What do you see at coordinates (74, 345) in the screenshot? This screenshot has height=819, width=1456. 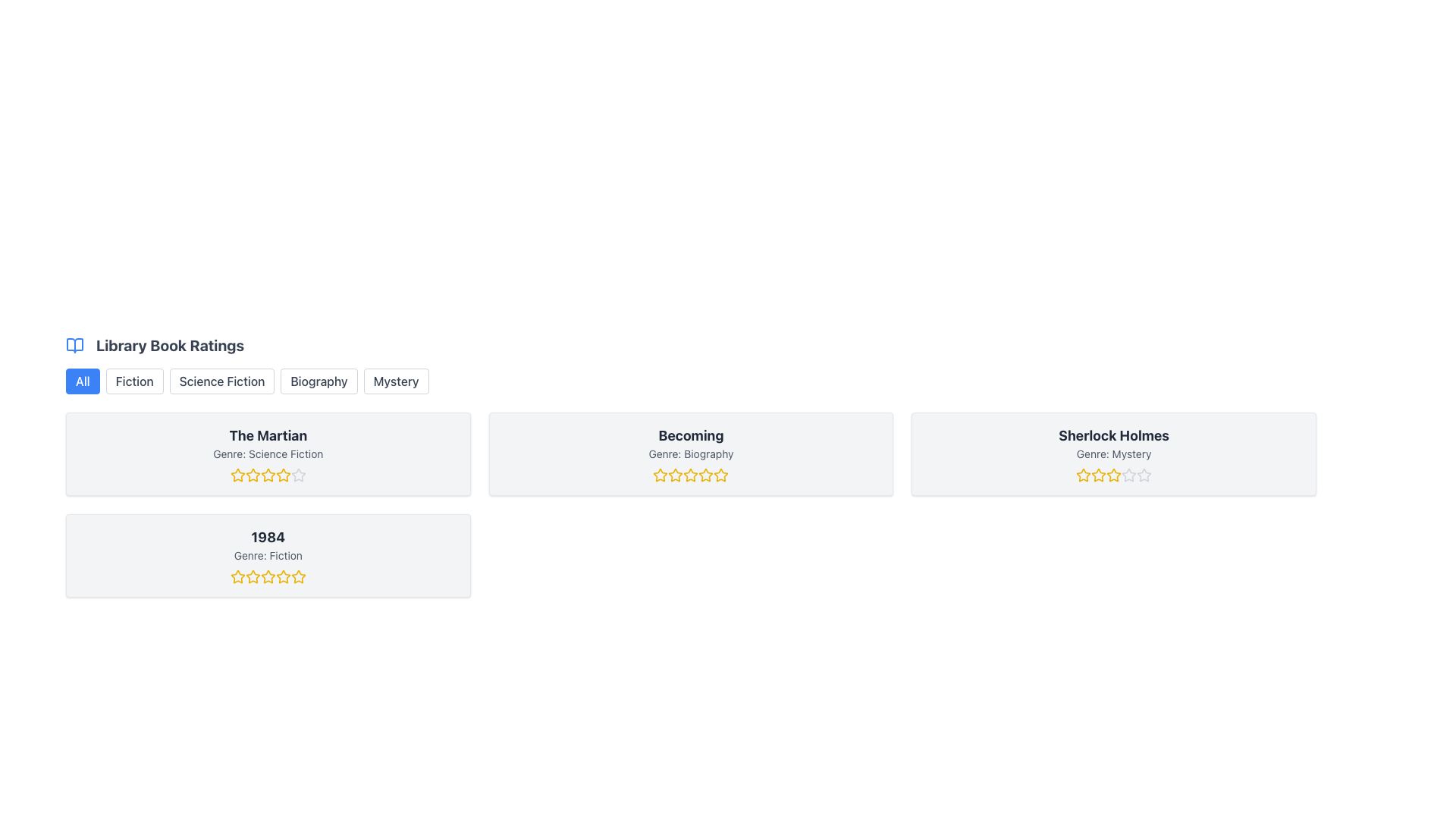 I see `the decorative icon for the 'Library Book Ratings' section, which is positioned at the leftmost side of the header and above the genre filter buttons` at bounding box center [74, 345].